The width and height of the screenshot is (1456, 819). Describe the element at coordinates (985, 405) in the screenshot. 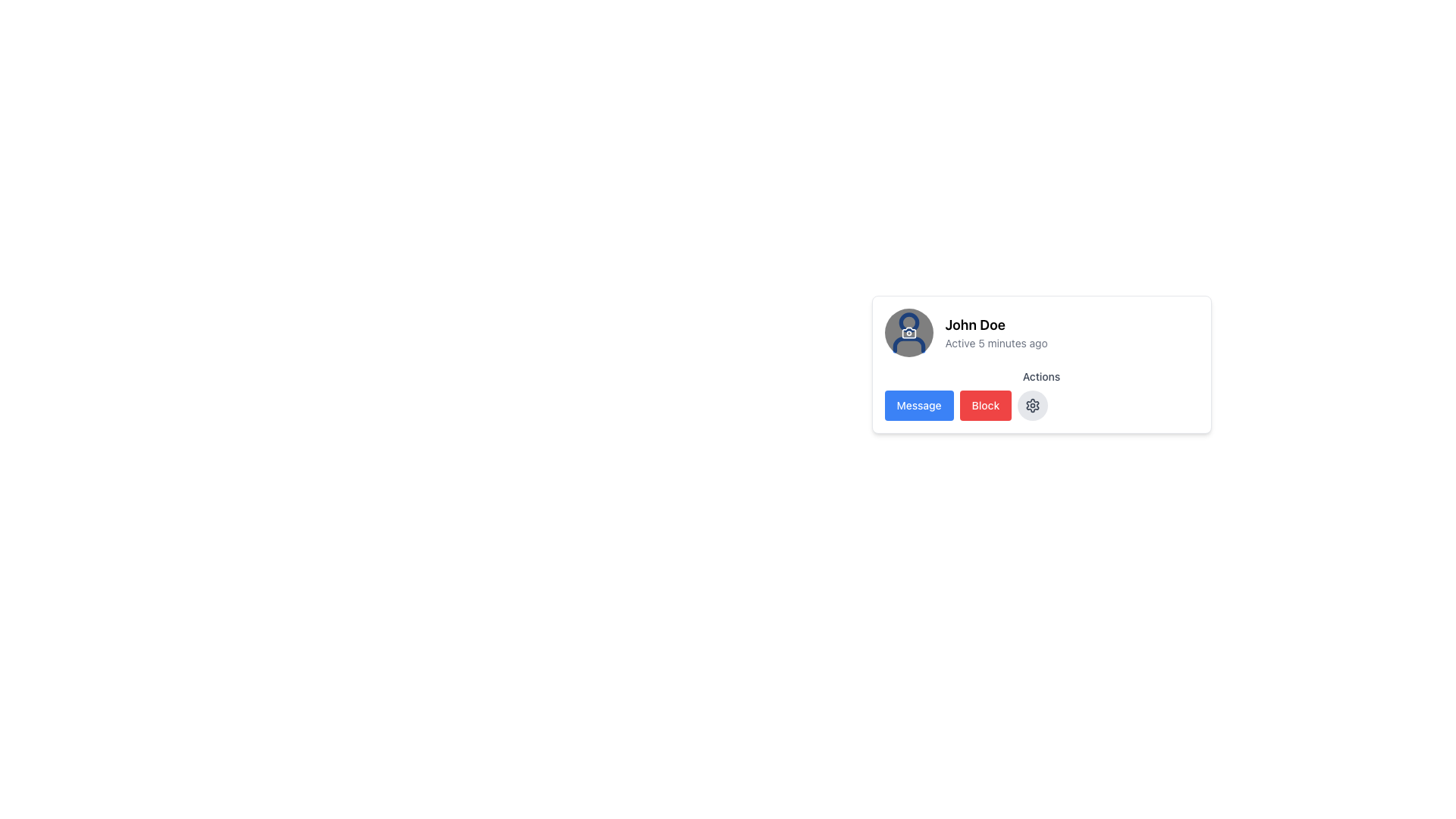

I see `the 'Block' button, which has a red background and is the second button in the horizontal row of actions on the user profile card` at that location.